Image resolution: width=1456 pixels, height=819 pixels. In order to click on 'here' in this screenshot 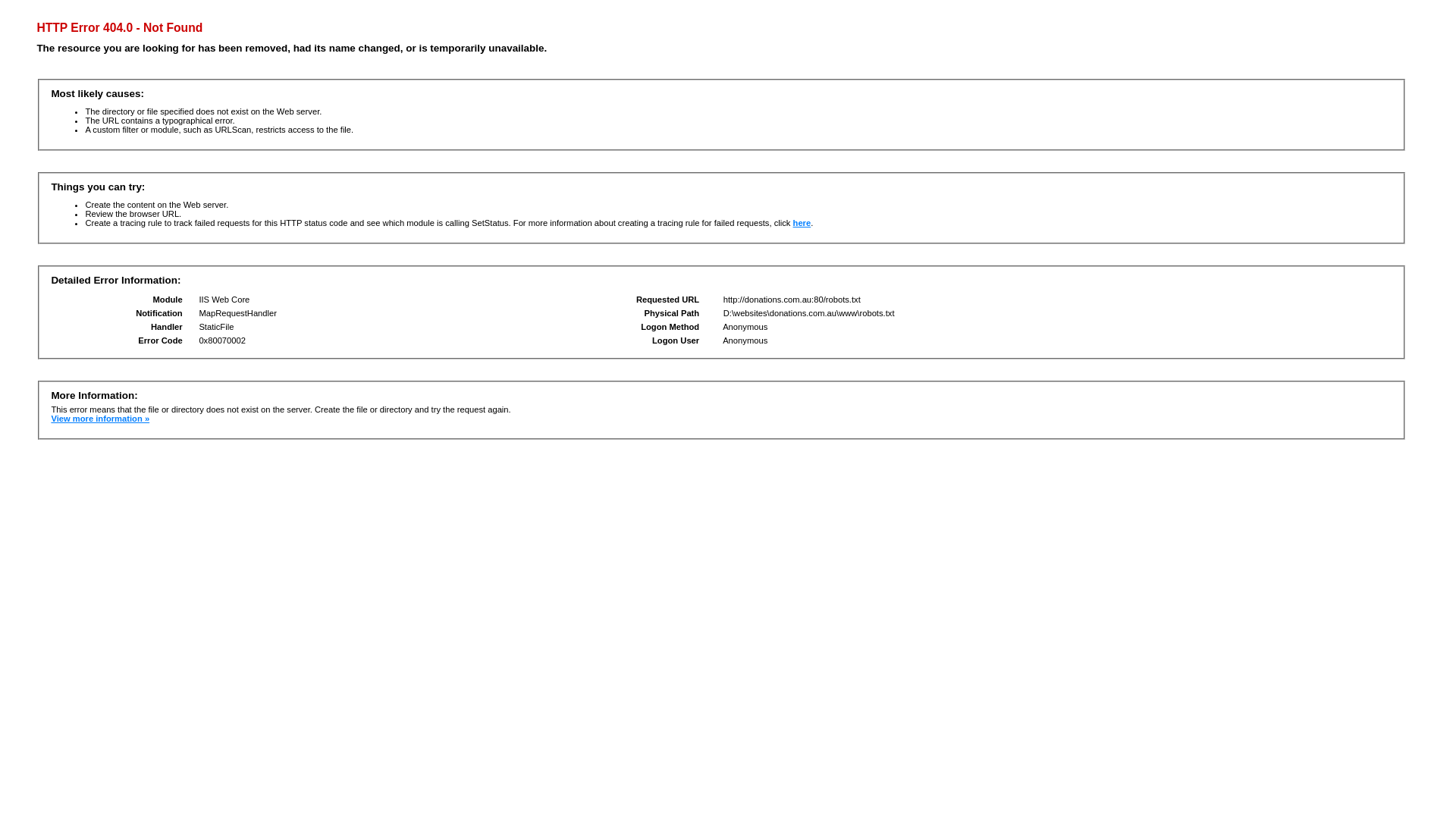, I will do `click(801, 222)`.